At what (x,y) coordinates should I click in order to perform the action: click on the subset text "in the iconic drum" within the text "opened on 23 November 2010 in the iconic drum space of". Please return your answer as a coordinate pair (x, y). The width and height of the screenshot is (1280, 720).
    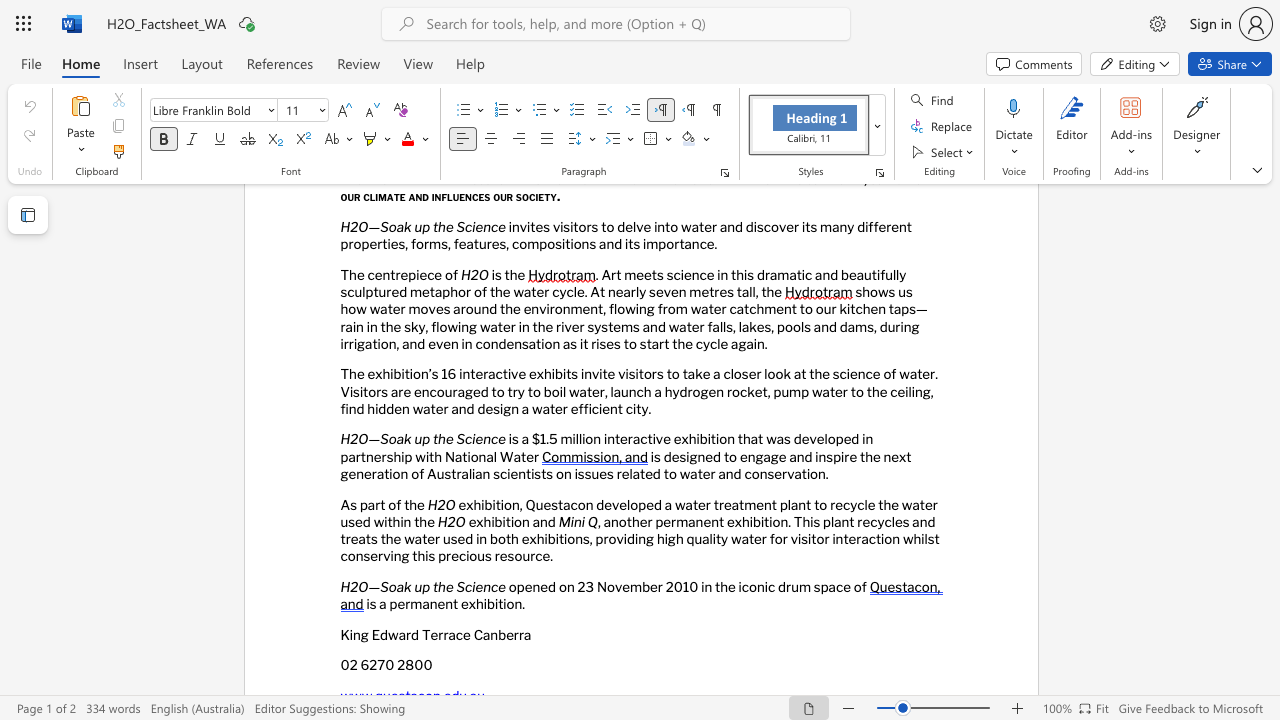
    Looking at the image, I should click on (701, 585).